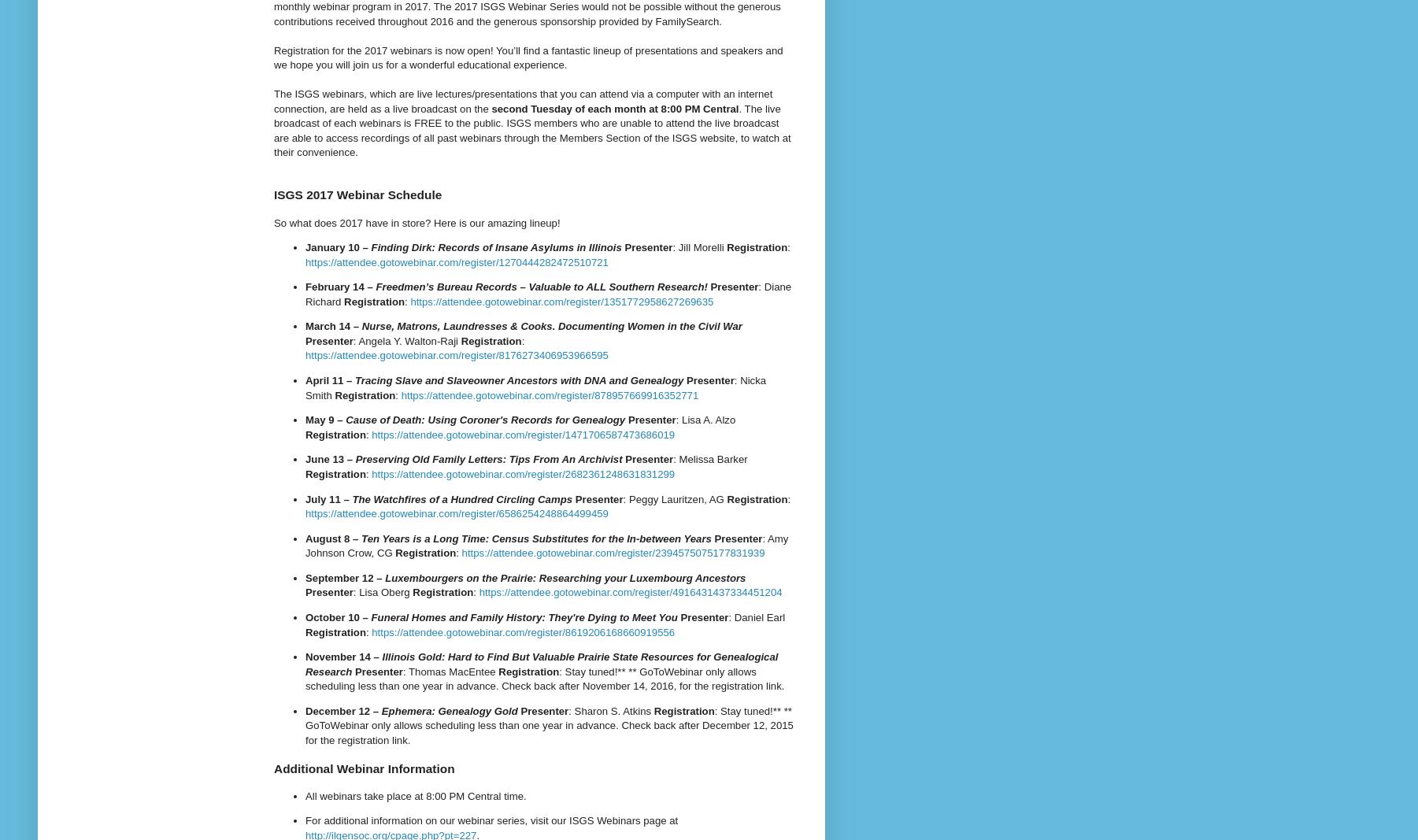  Describe the element at coordinates (354, 459) in the screenshot. I see `'Preserving Old Family Letters: Tips From An Archivist'` at that location.